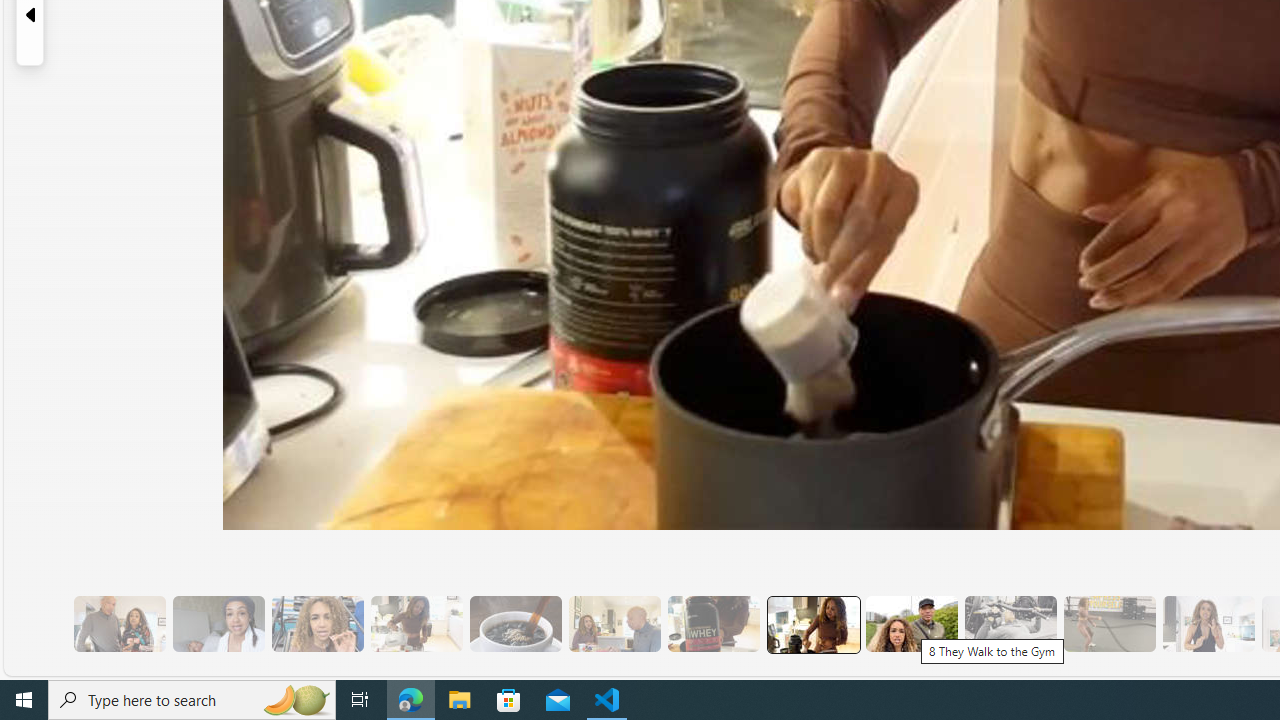  Describe the element at coordinates (1010, 623) in the screenshot. I see `'9 They Do Bench Exercises'` at that location.